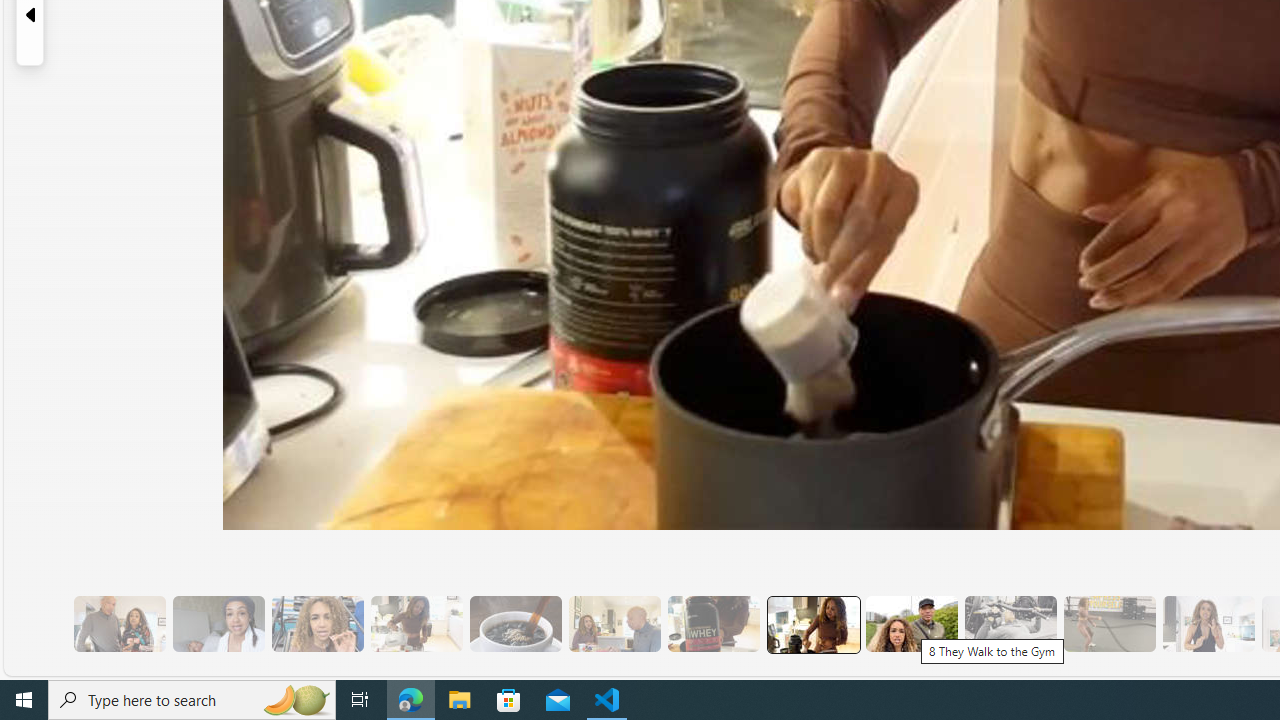  Describe the element at coordinates (1010, 623) in the screenshot. I see `'9 They Do Bench Exercises'` at that location.